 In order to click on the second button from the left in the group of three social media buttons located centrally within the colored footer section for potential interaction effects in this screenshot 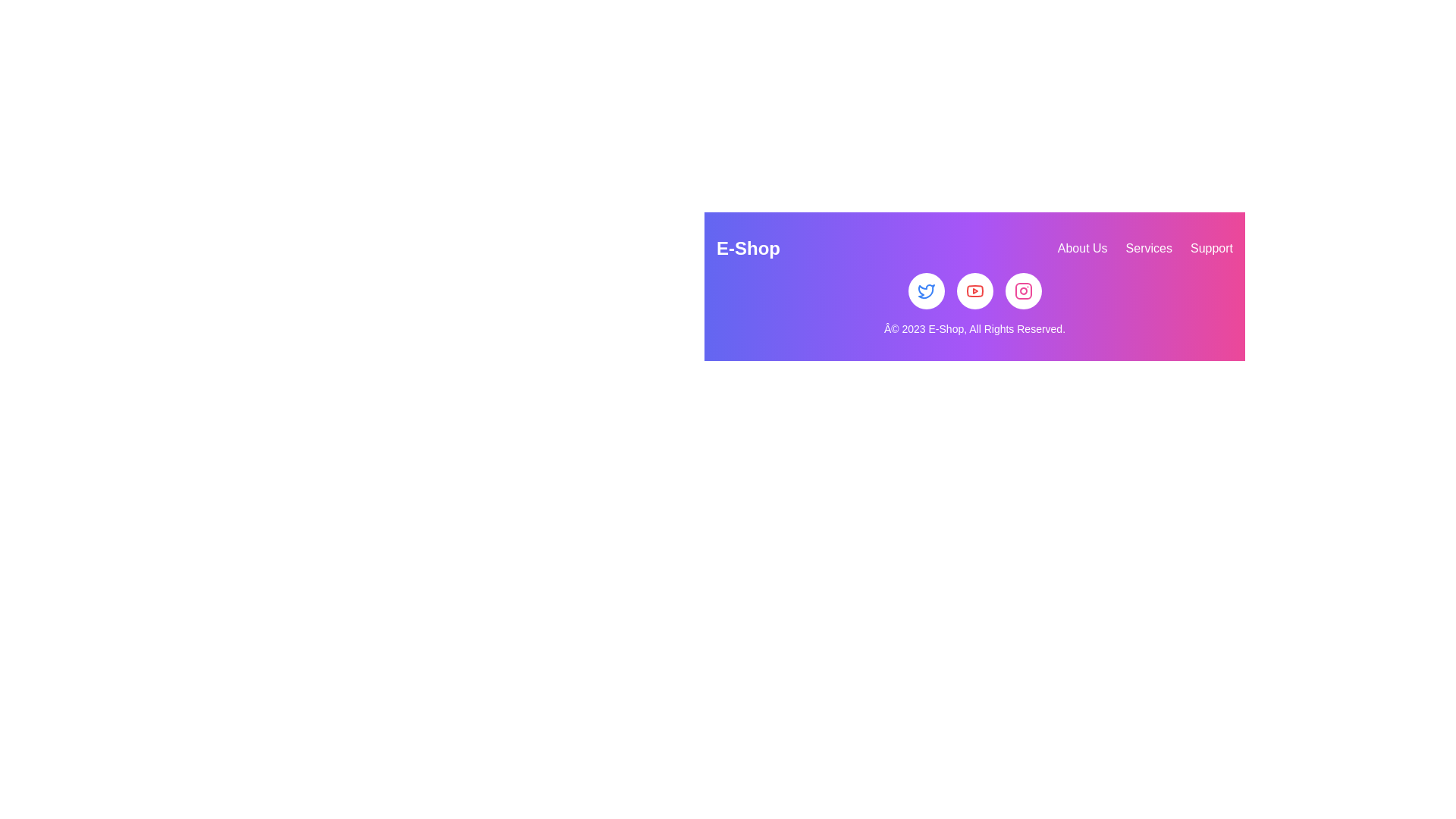, I will do `click(974, 291)`.